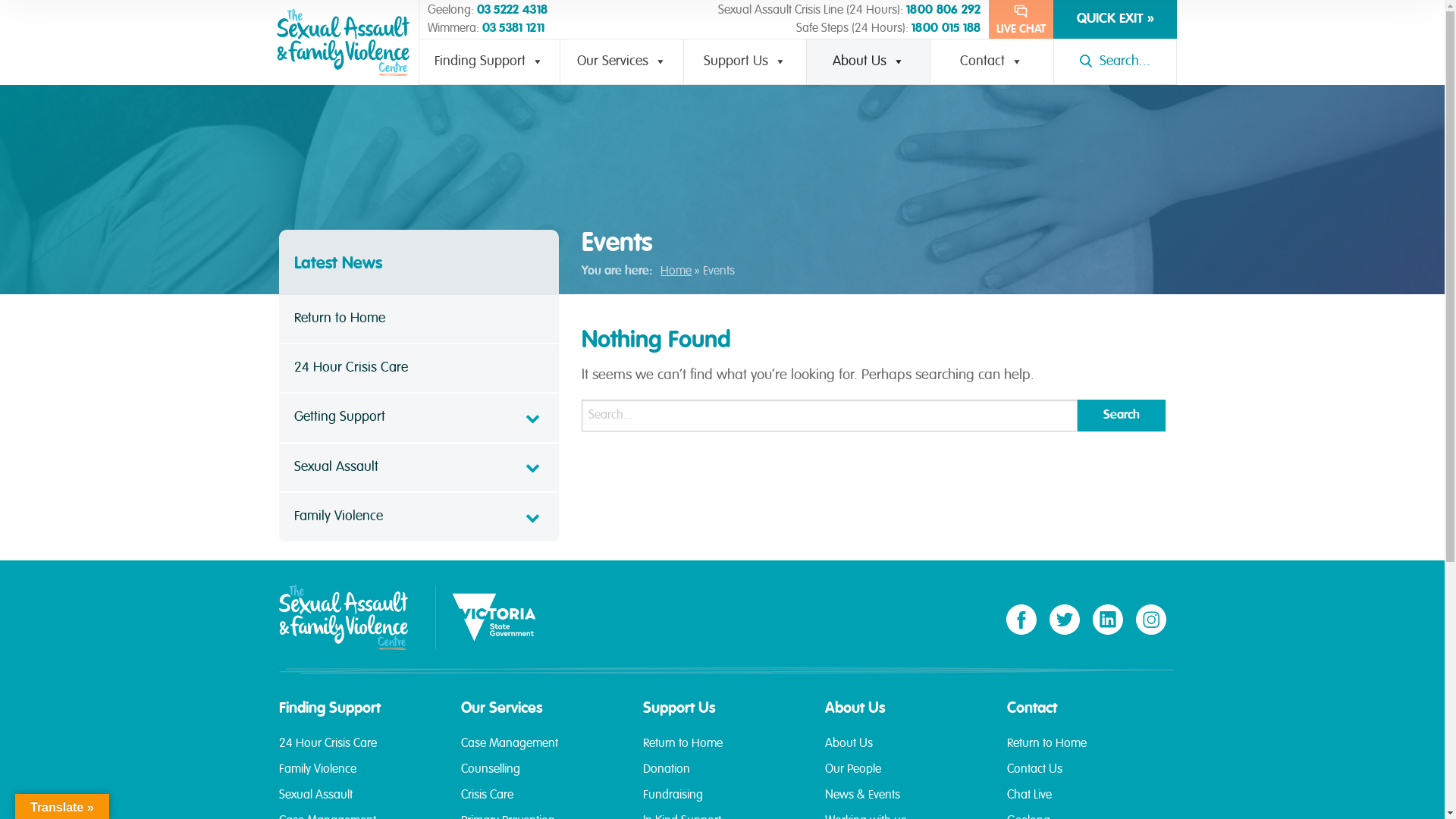  I want to click on 'Contact Us', so click(1007, 776).